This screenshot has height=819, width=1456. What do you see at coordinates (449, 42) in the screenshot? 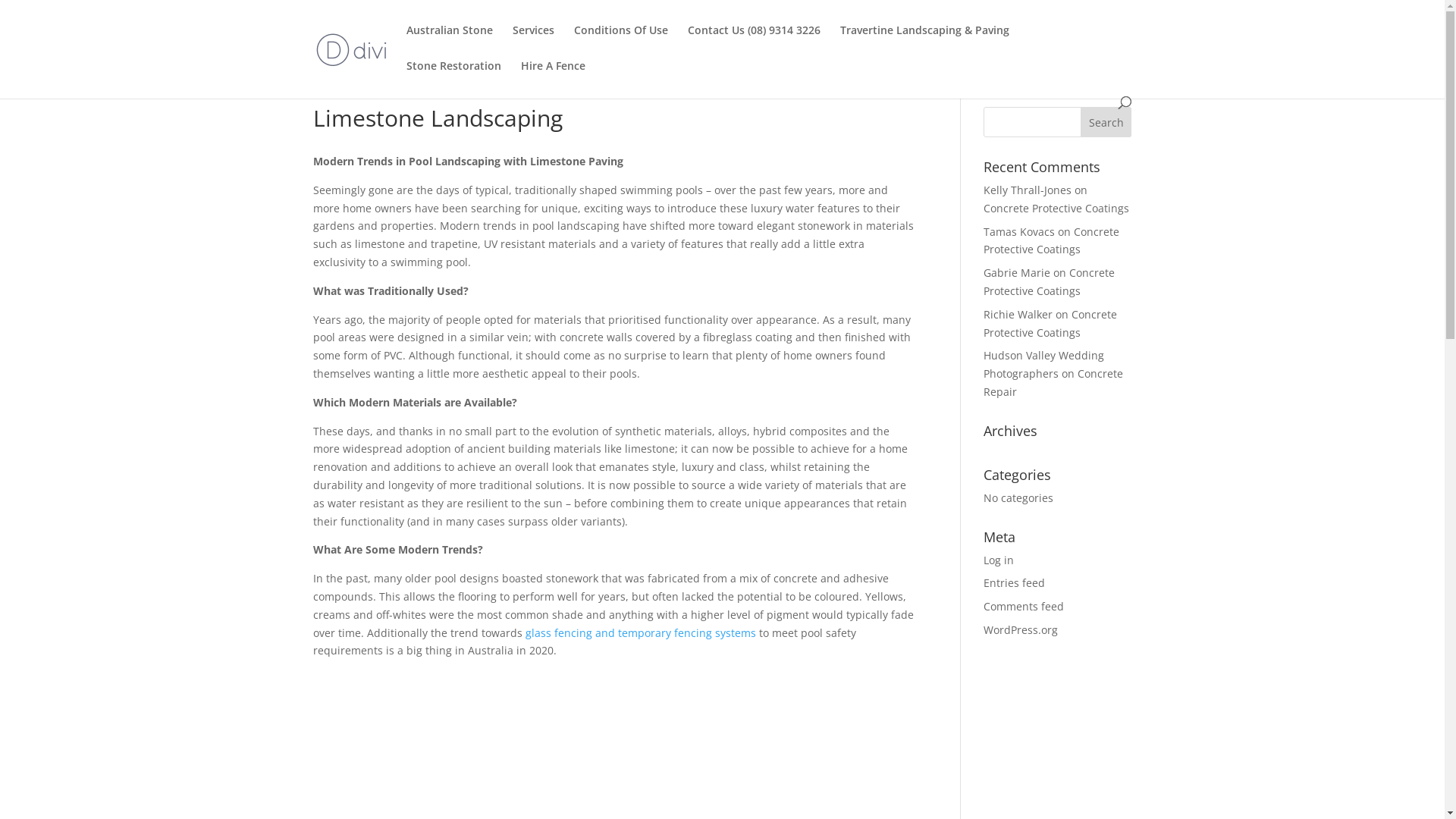
I see `'Australian Stone'` at bounding box center [449, 42].